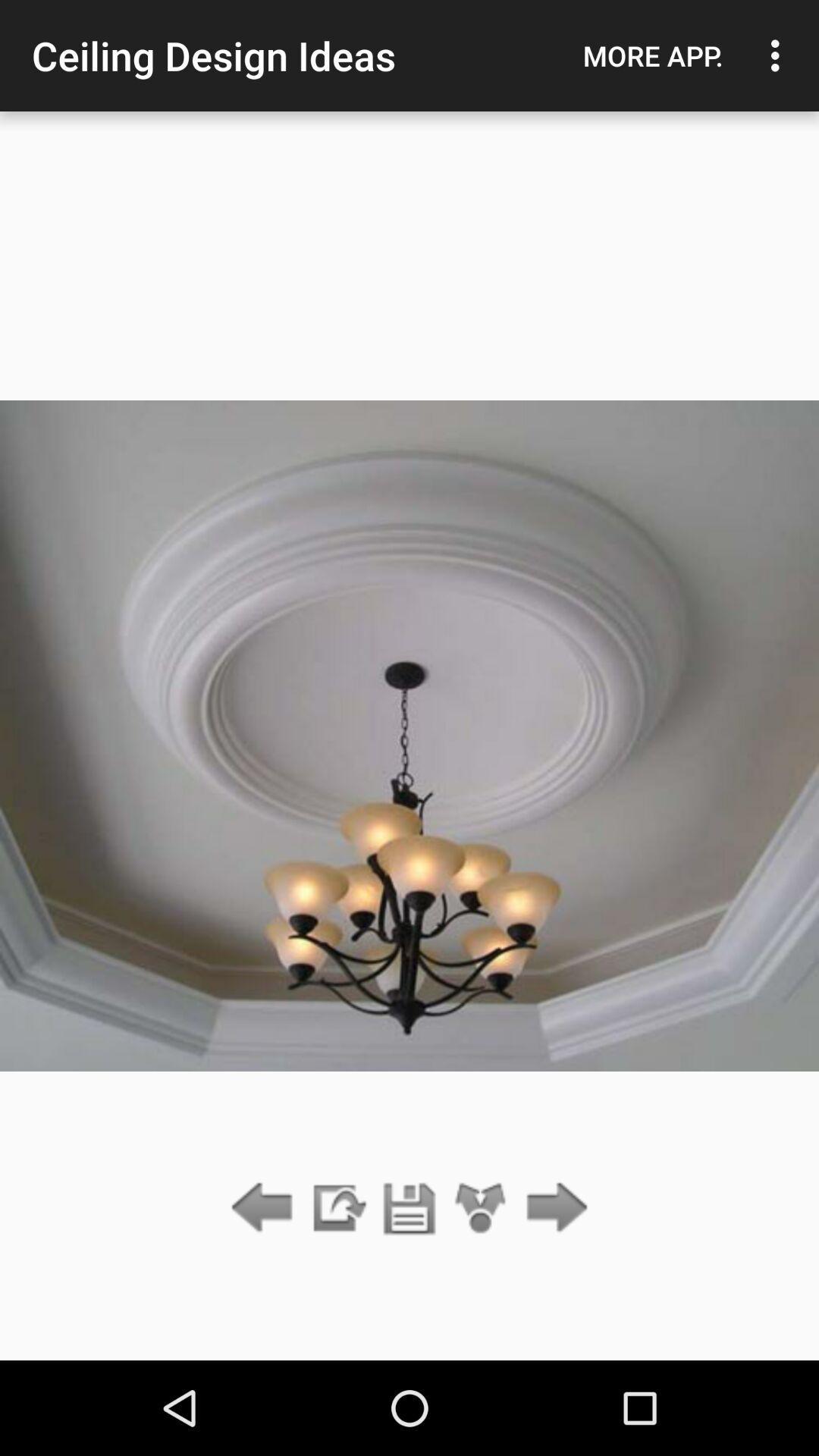 This screenshot has width=819, height=1456. I want to click on more app. item, so click(652, 55).